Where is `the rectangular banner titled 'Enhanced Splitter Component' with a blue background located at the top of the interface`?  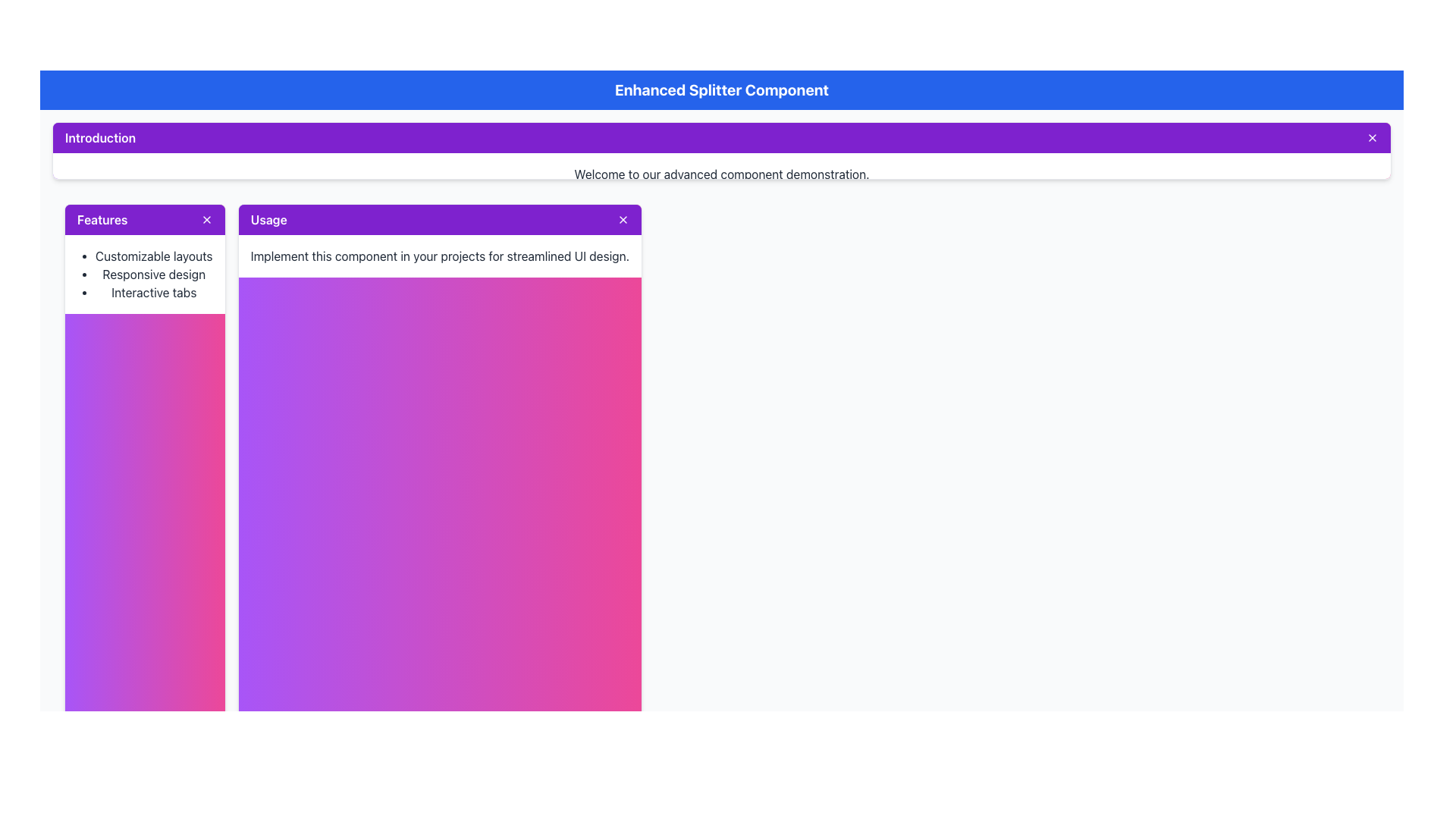 the rectangular banner titled 'Enhanced Splitter Component' with a blue background located at the top of the interface is located at coordinates (720, 90).